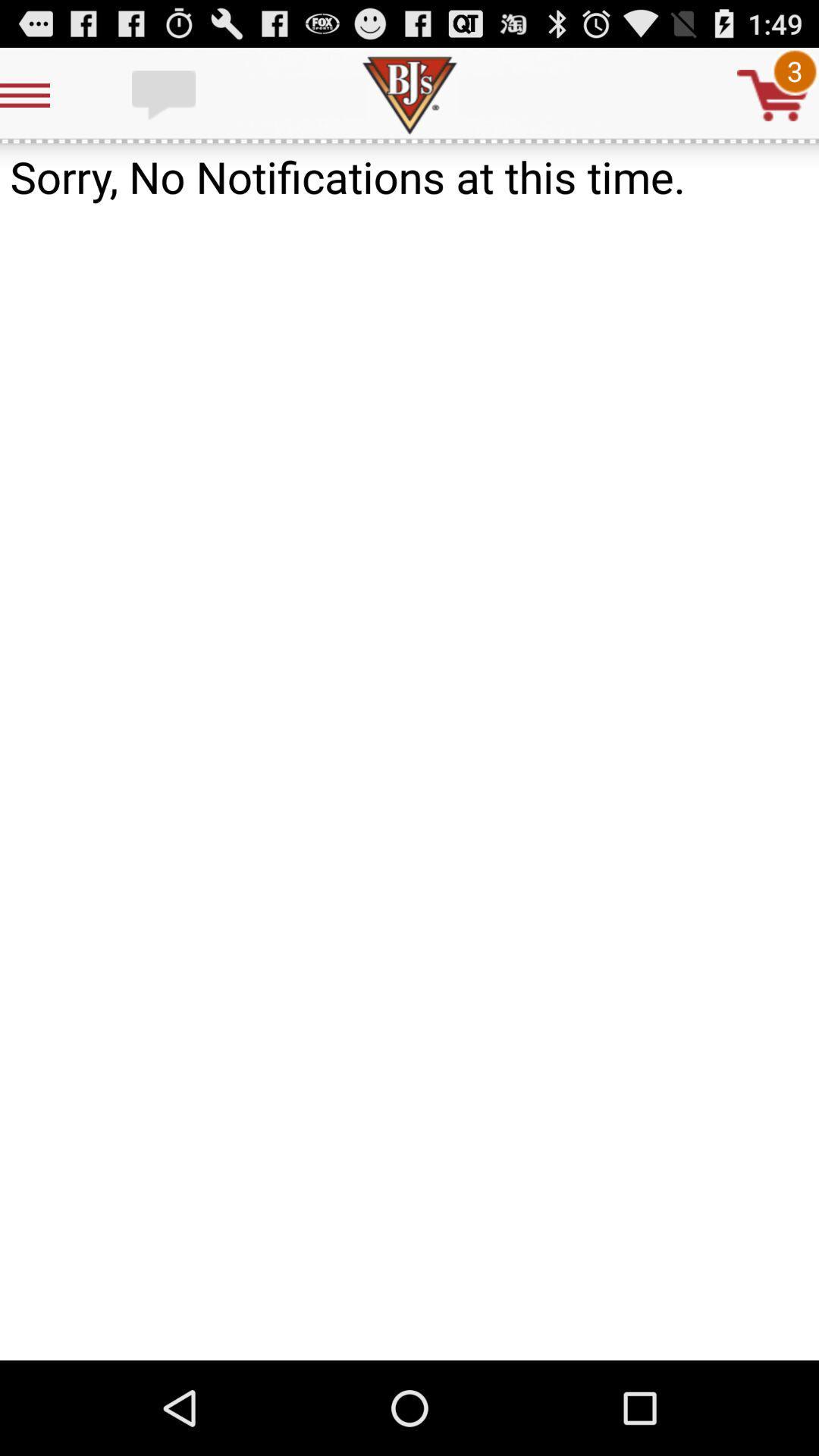 This screenshot has width=819, height=1456. What do you see at coordinates (165, 94) in the screenshot?
I see `messages` at bounding box center [165, 94].